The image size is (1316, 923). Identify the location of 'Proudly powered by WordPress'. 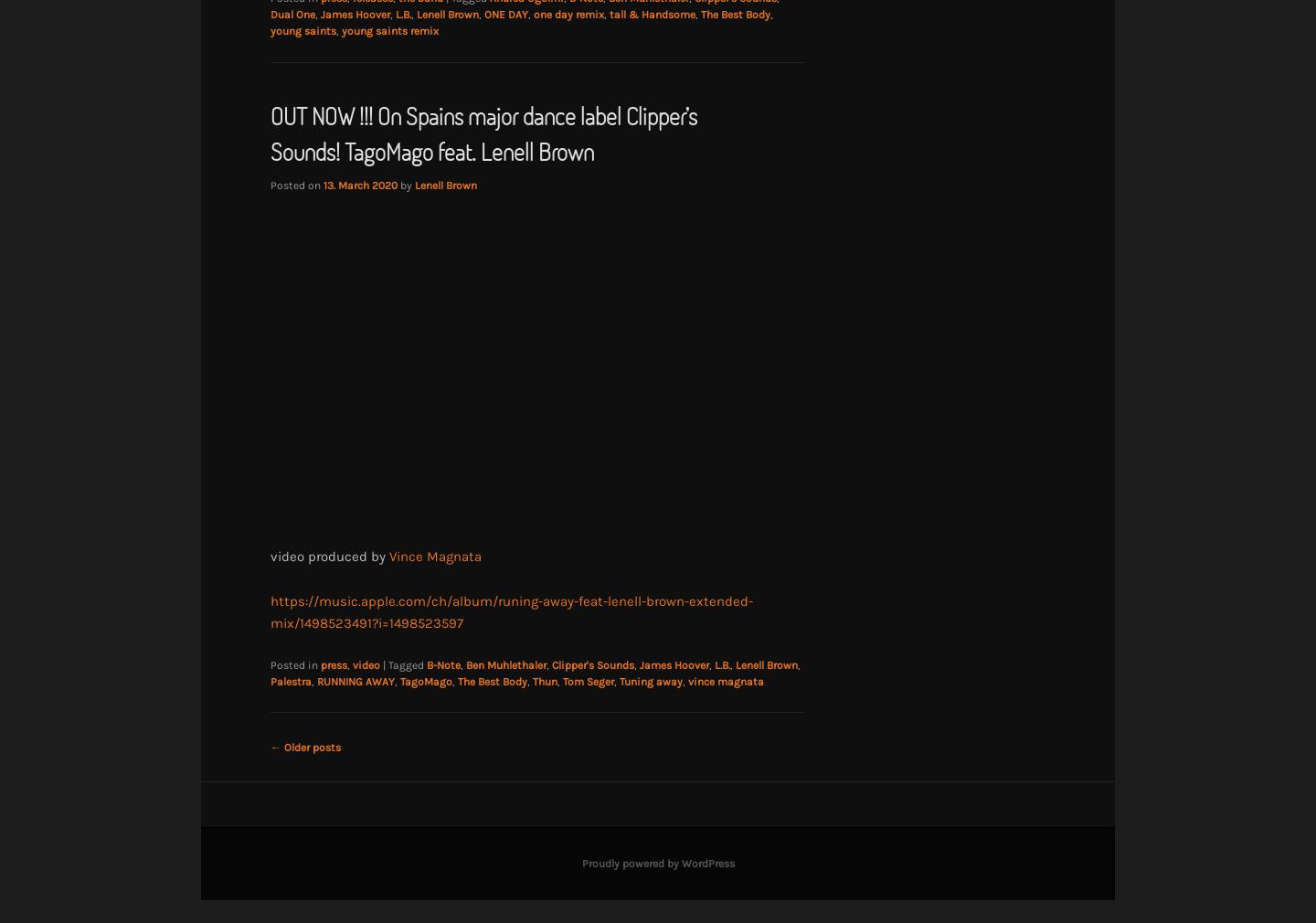
(657, 863).